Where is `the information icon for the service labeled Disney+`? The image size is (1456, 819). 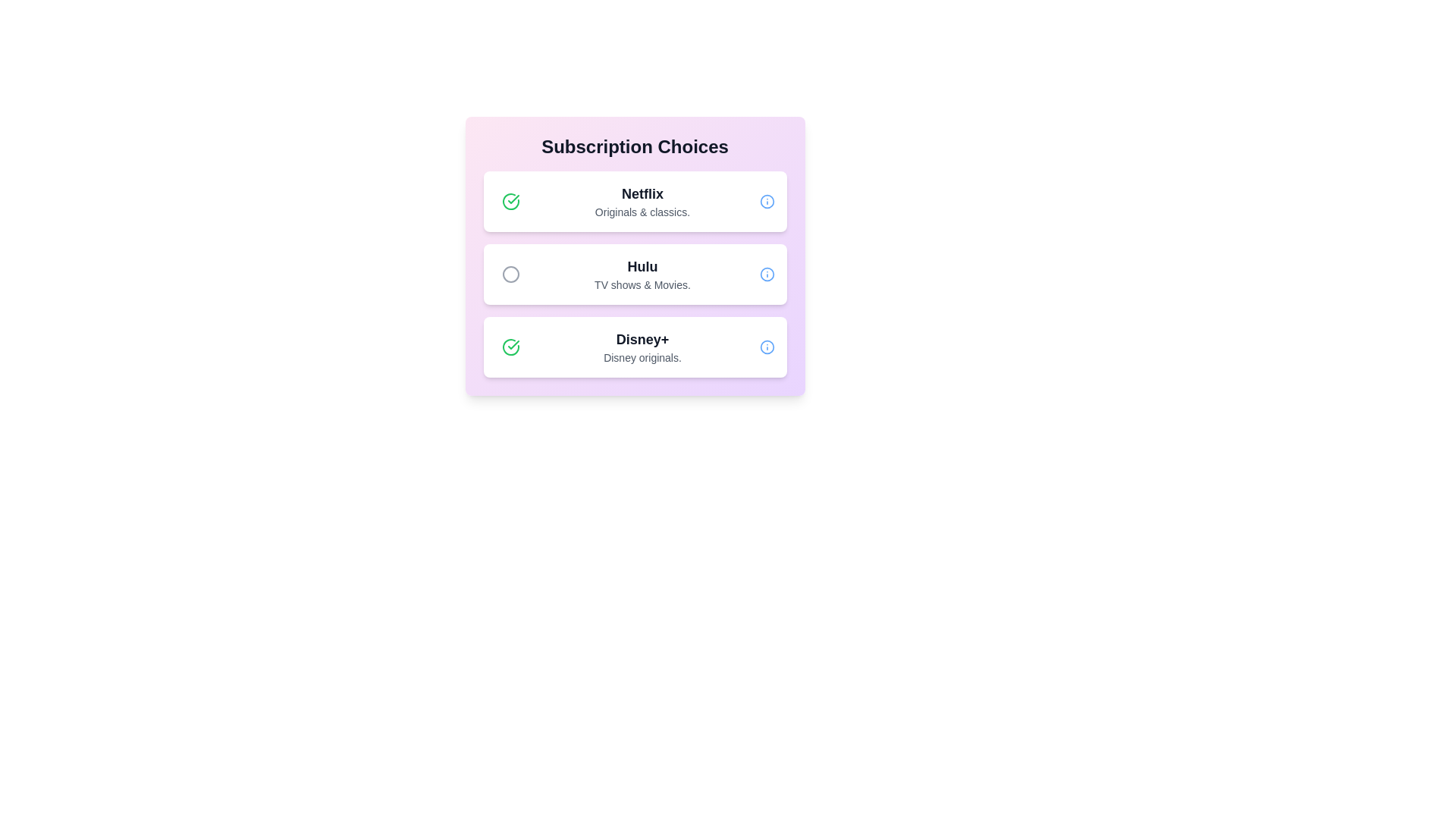
the information icon for the service labeled Disney+ is located at coordinates (767, 347).